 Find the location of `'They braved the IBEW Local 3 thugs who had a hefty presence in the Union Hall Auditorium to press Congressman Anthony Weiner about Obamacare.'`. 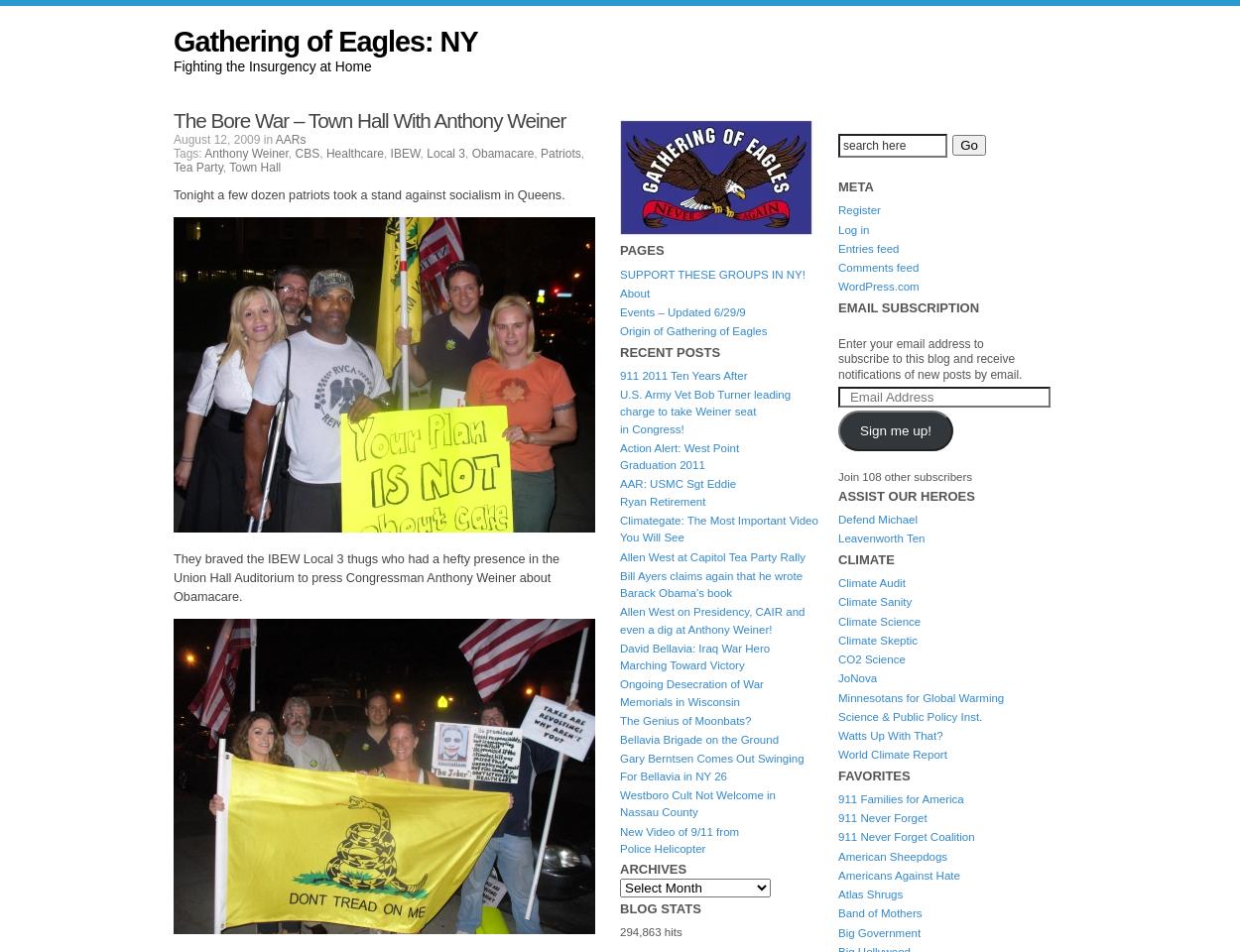

'They braved the IBEW Local 3 thugs who had a hefty presence in the Union Hall Auditorium to press Congressman Anthony Weiner about Obamacare.' is located at coordinates (365, 578).